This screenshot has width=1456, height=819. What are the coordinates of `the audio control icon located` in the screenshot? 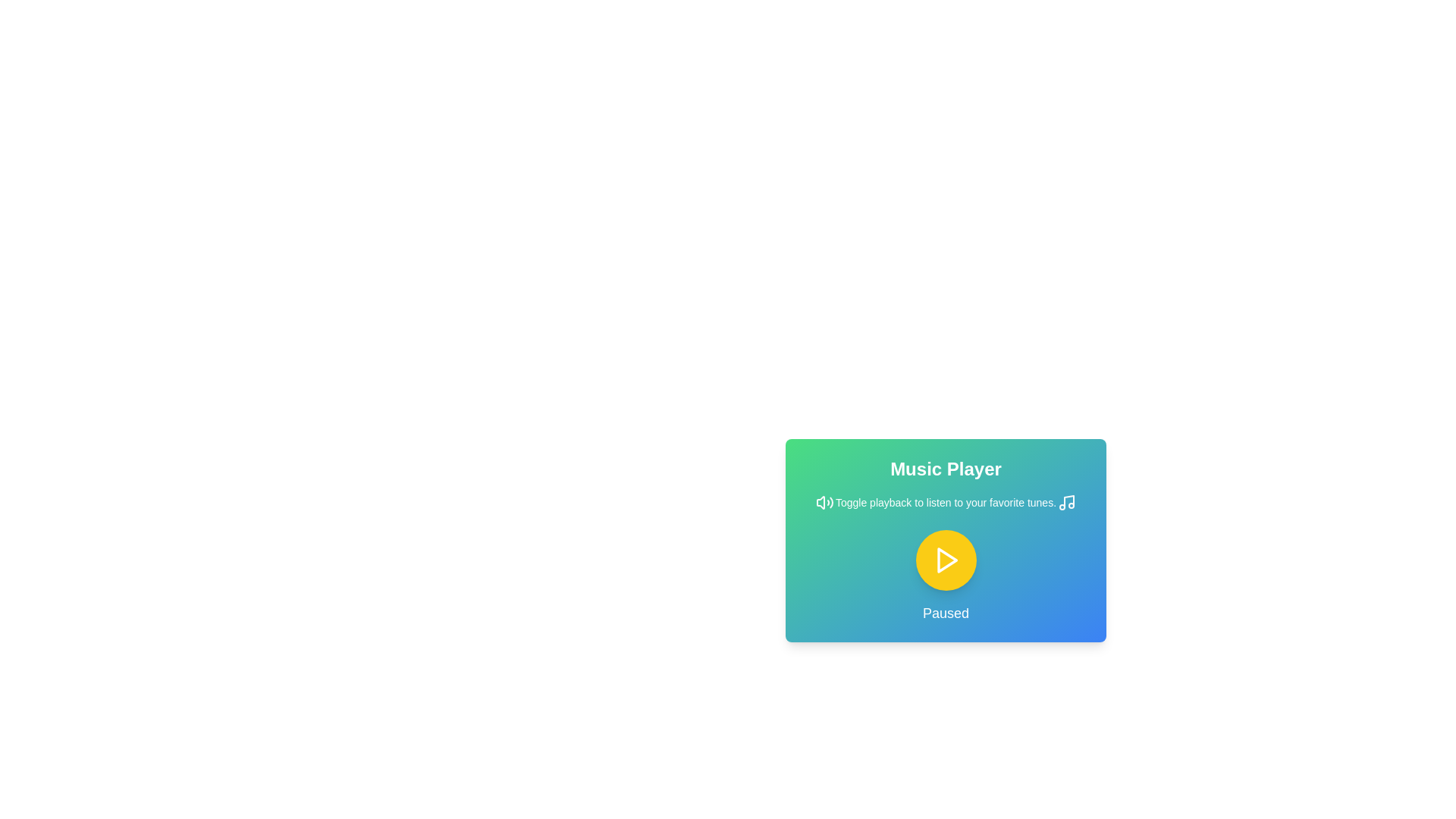 It's located at (824, 503).